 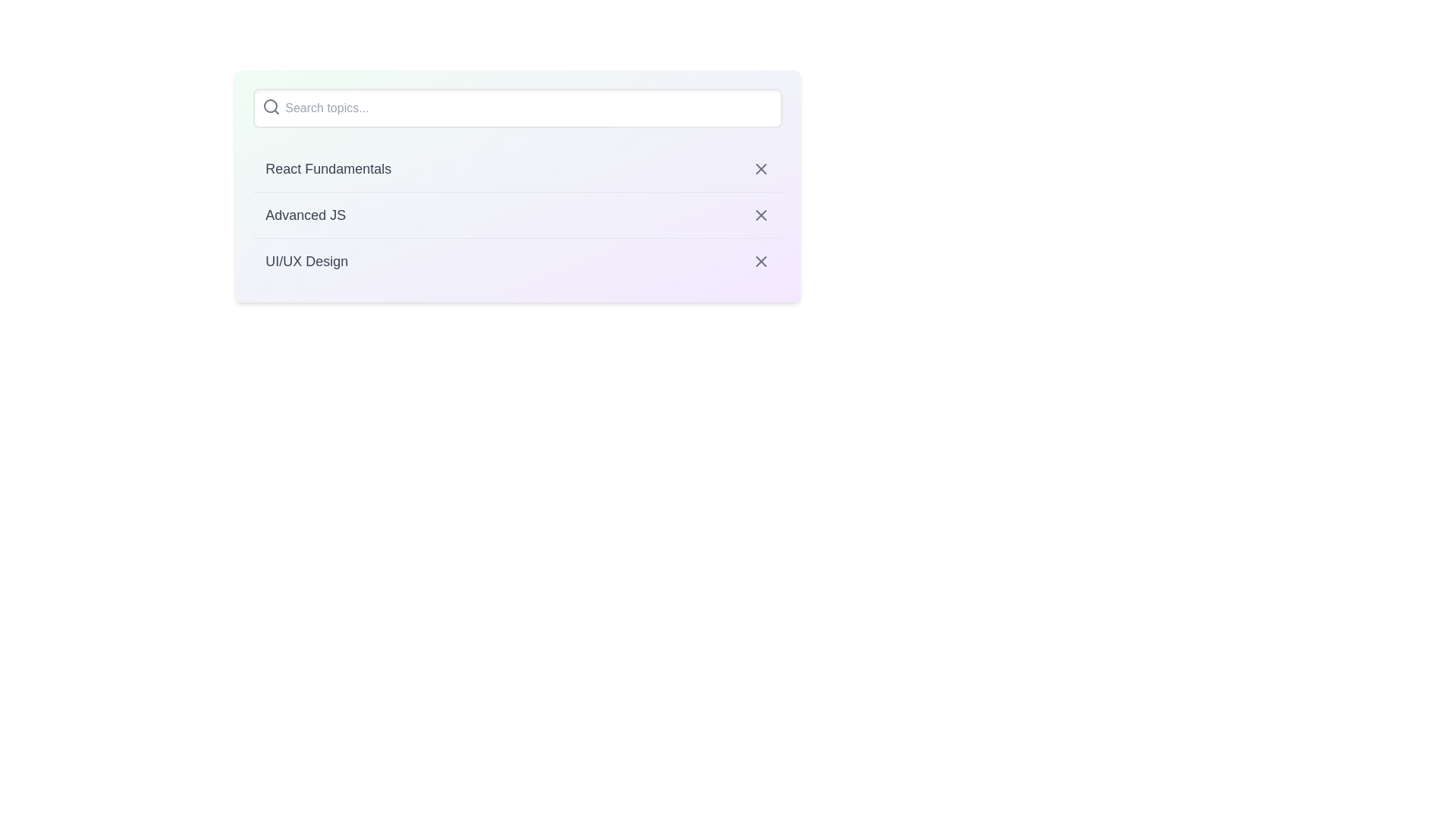 What do you see at coordinates (761, 215) in the screenshot?
I see `close button of the item titled Advanced JS to deselect it` at bounding box center [761, 215].